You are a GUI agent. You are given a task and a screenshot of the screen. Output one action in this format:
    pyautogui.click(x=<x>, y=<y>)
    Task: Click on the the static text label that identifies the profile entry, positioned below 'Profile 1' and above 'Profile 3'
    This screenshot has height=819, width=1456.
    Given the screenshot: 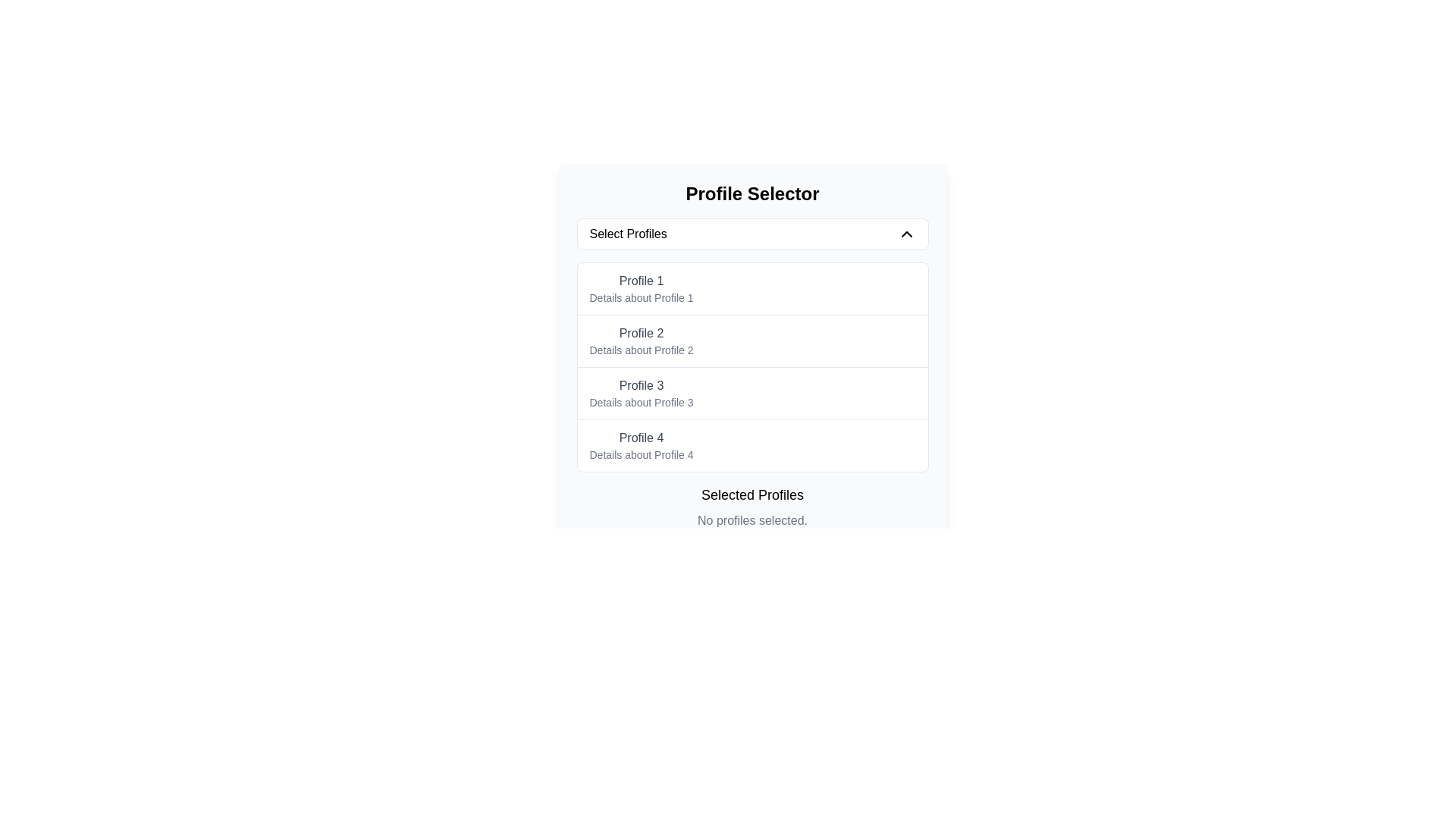 What is the action you would take?
    pyautogui.click(x=641, y=332)
    